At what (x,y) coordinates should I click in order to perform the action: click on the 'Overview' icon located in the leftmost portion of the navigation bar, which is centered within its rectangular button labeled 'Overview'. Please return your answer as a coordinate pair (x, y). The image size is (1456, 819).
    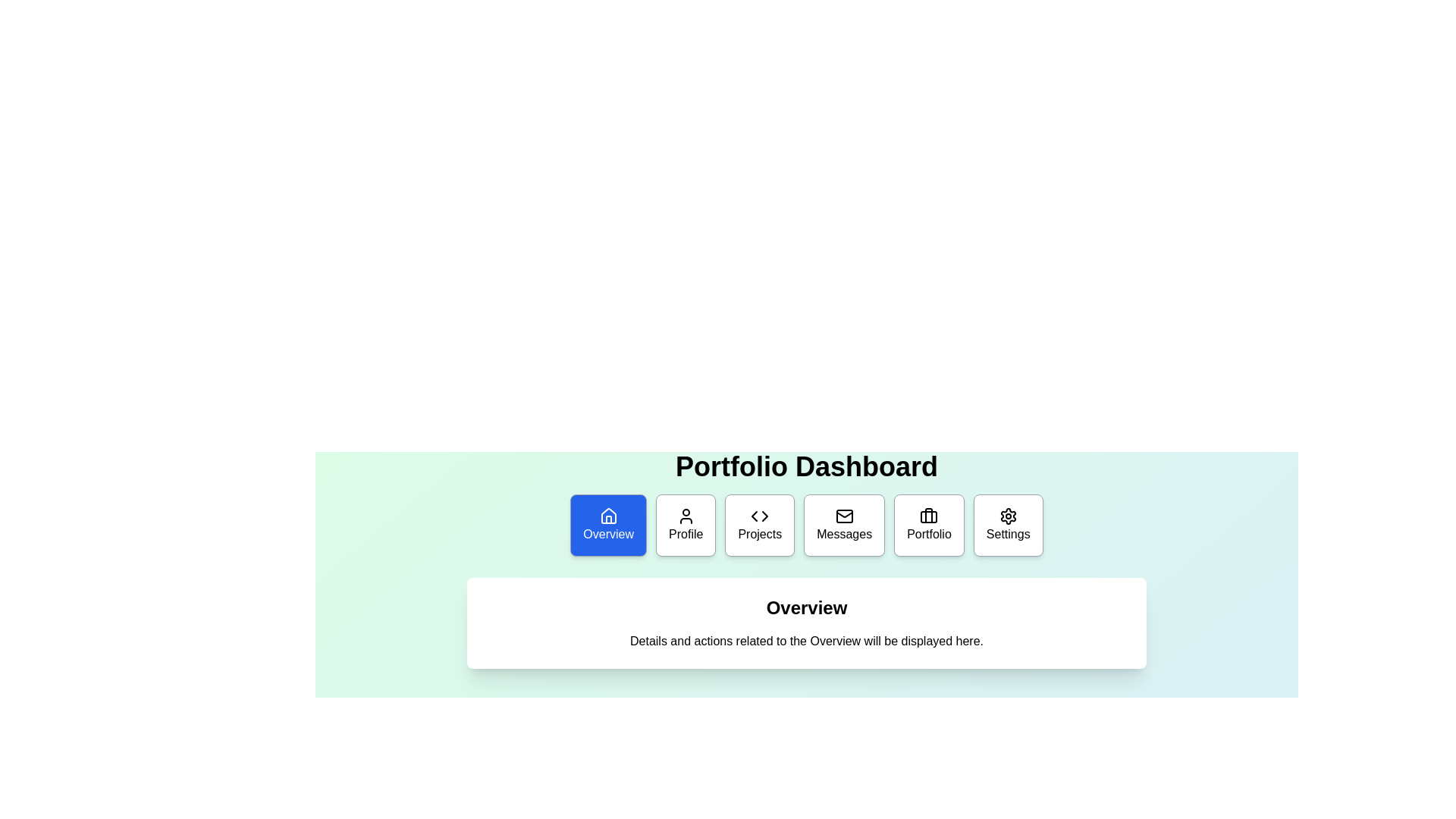
    Looking at the image, I should click on (608, 516).